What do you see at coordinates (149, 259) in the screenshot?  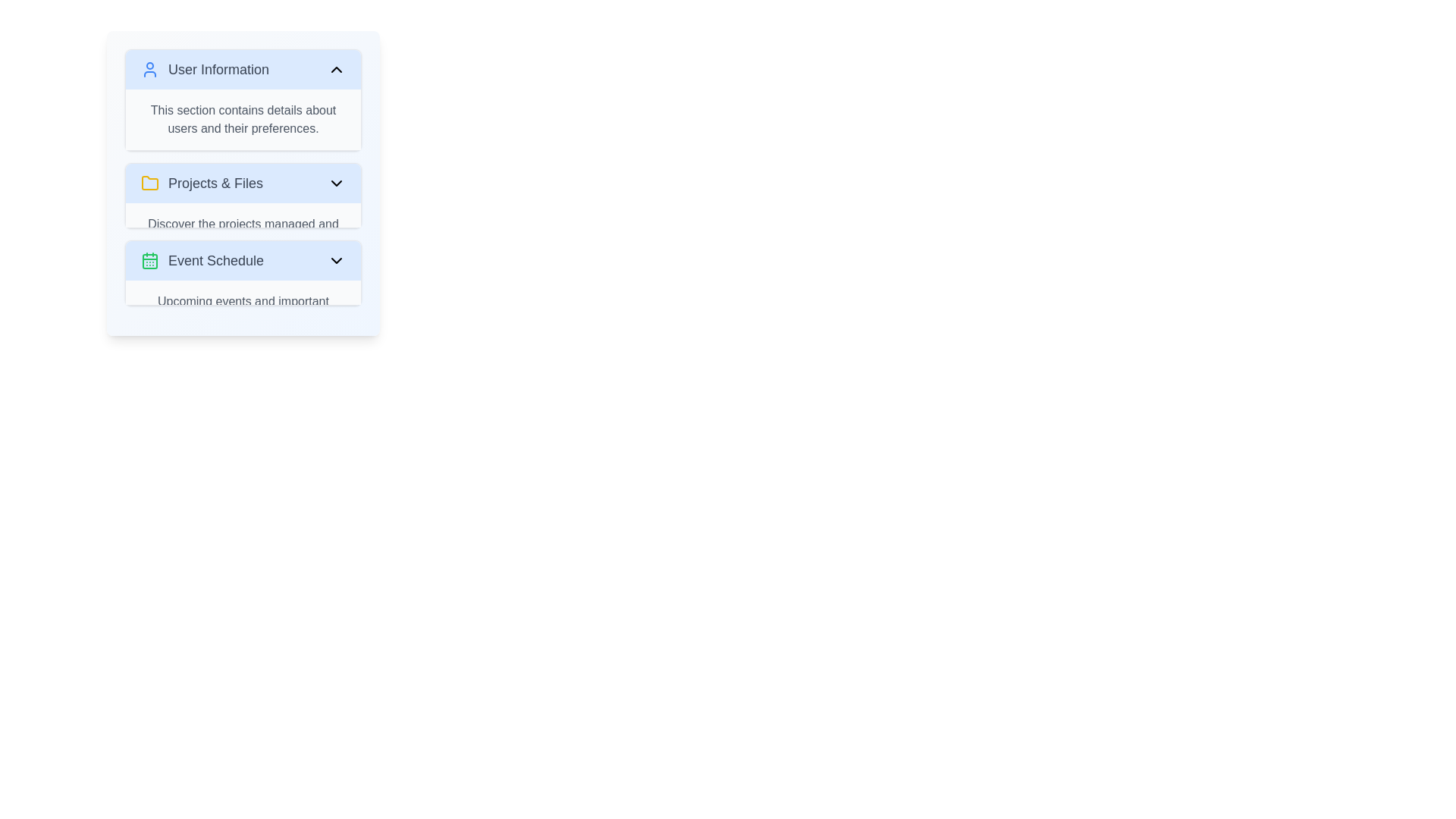 I see `the green outlined calendar icon located next to the 'Event Schedule' text in the third section of the list` at bounding box center [149, 259].